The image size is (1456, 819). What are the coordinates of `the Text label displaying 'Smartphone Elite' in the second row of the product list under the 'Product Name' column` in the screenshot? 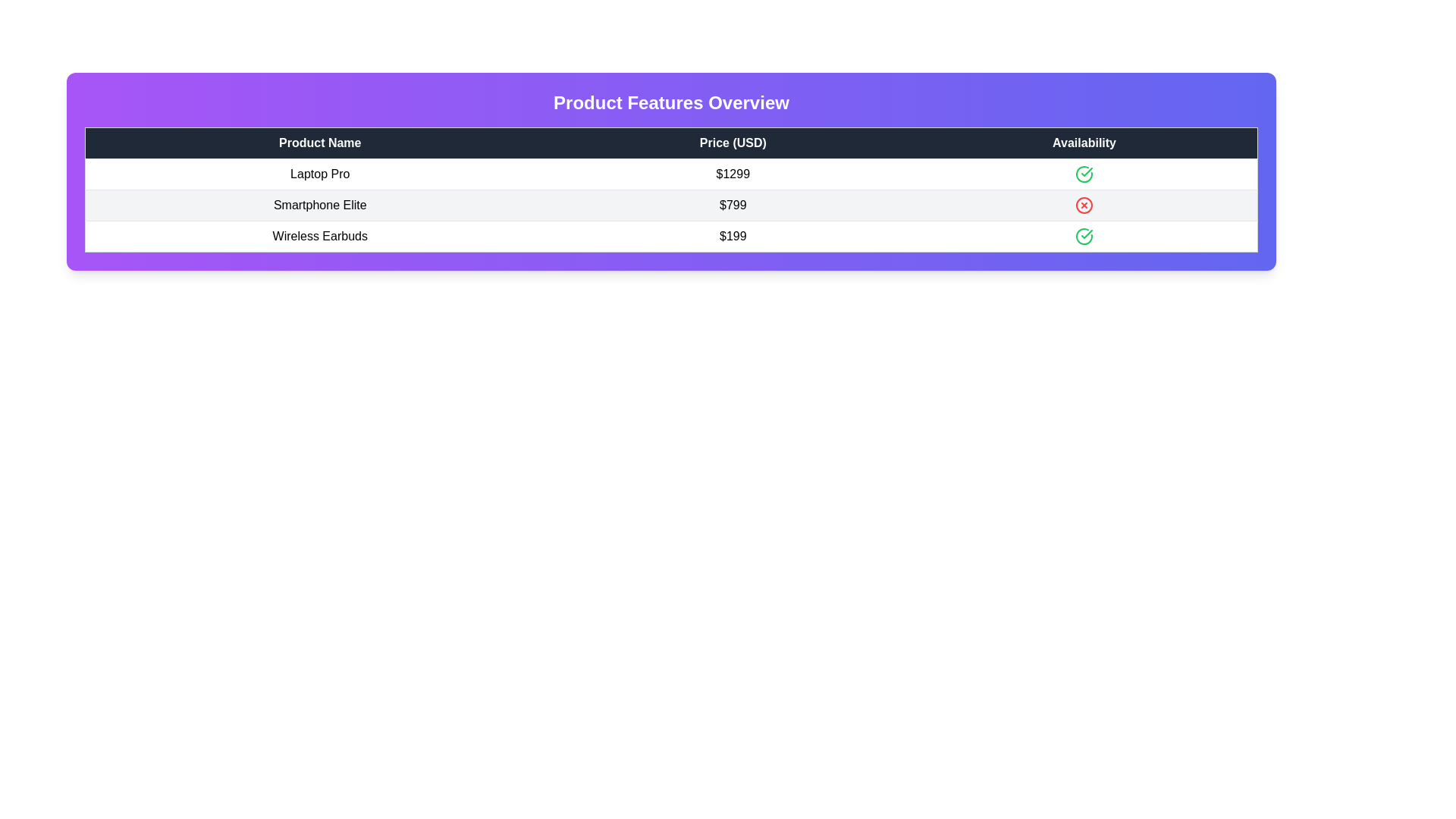 It's located at (319, 205).